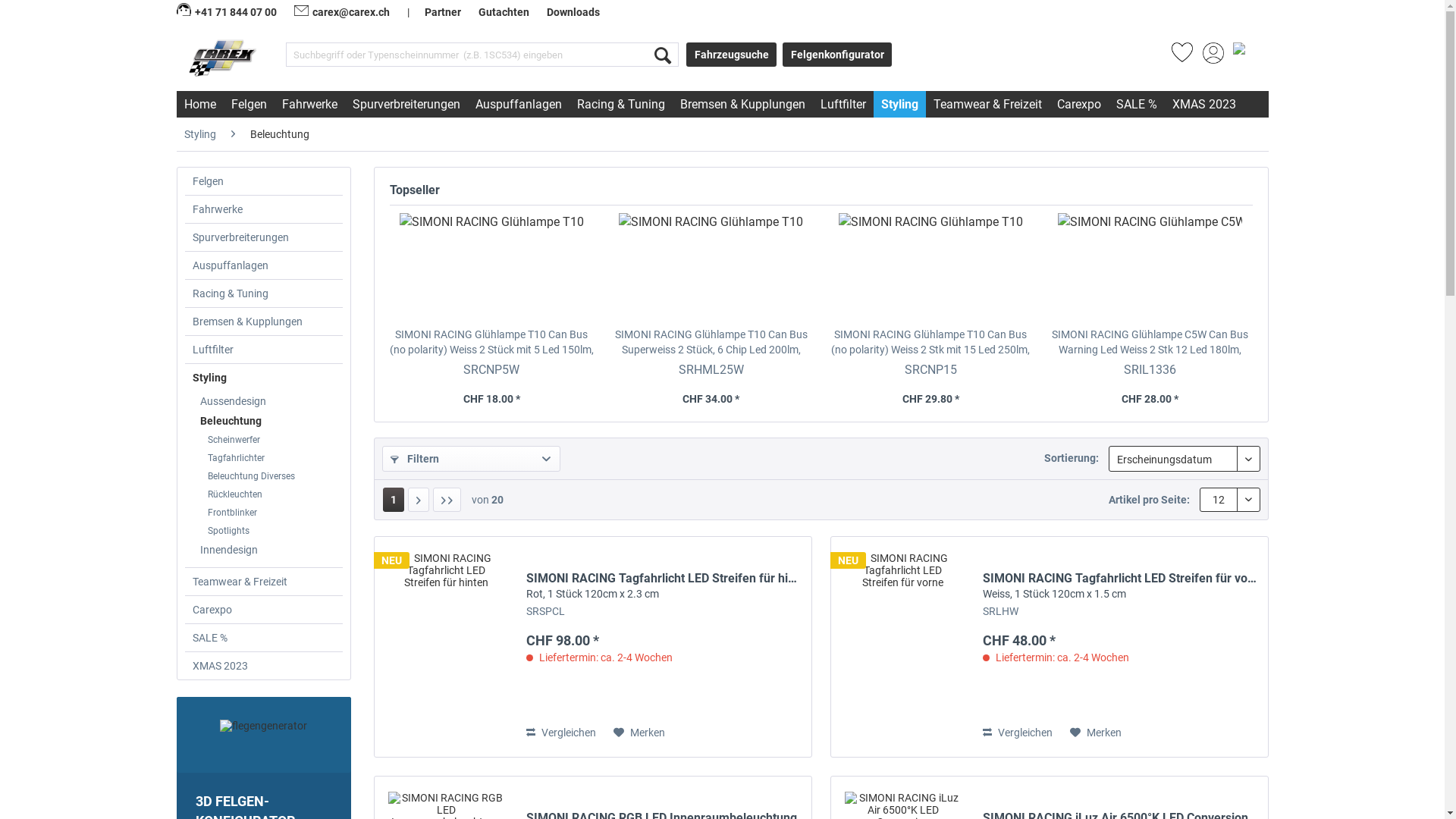 The width and height of the screenshot is (1456, 819). I want to click on 'Letzte Seite', so click(445, 500).